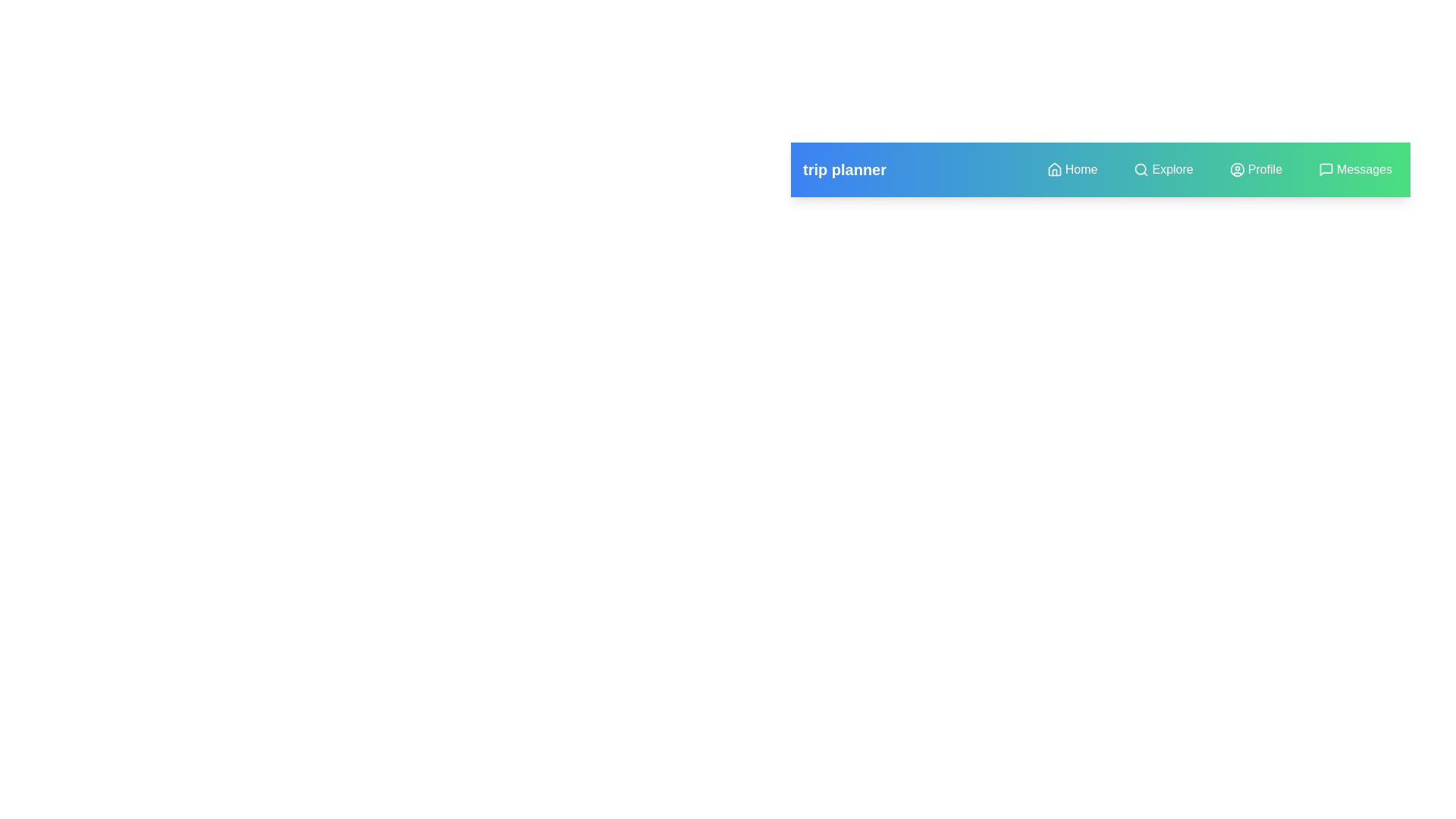 The height and width of the screenshot is (819, 1456). What do you see at coordinates (1072, 169) in the screenshot?
I see `the navigation menu item Home to navigate to the respective section` at bounding box center [1072, 169].